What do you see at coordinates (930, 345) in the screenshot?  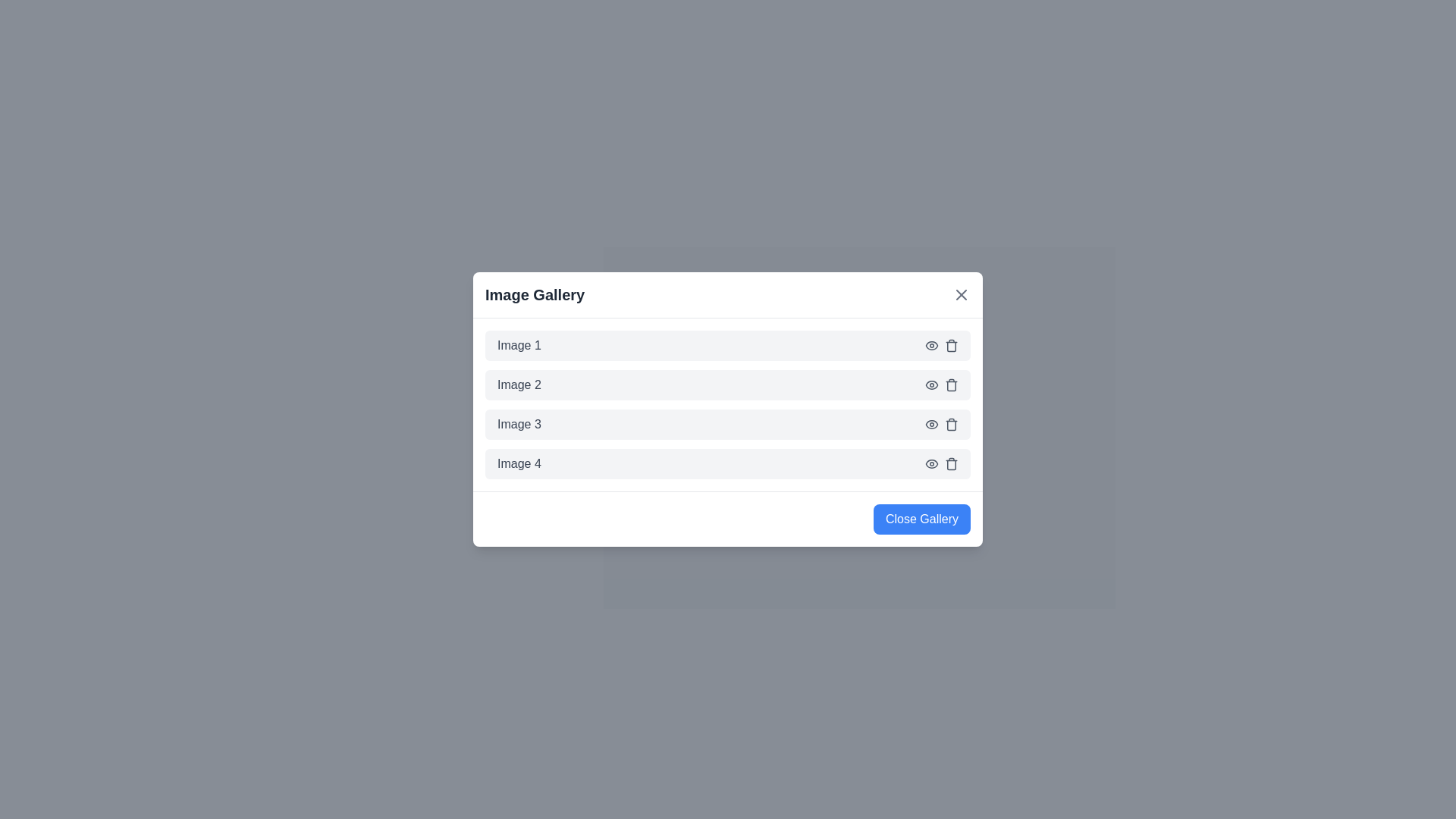 I see `the eye icon, which is the first icon in the horizontal row of action icons to the right of 'Image 1' in the 'Image Gallery' modal` at bounding box center [930, 345].